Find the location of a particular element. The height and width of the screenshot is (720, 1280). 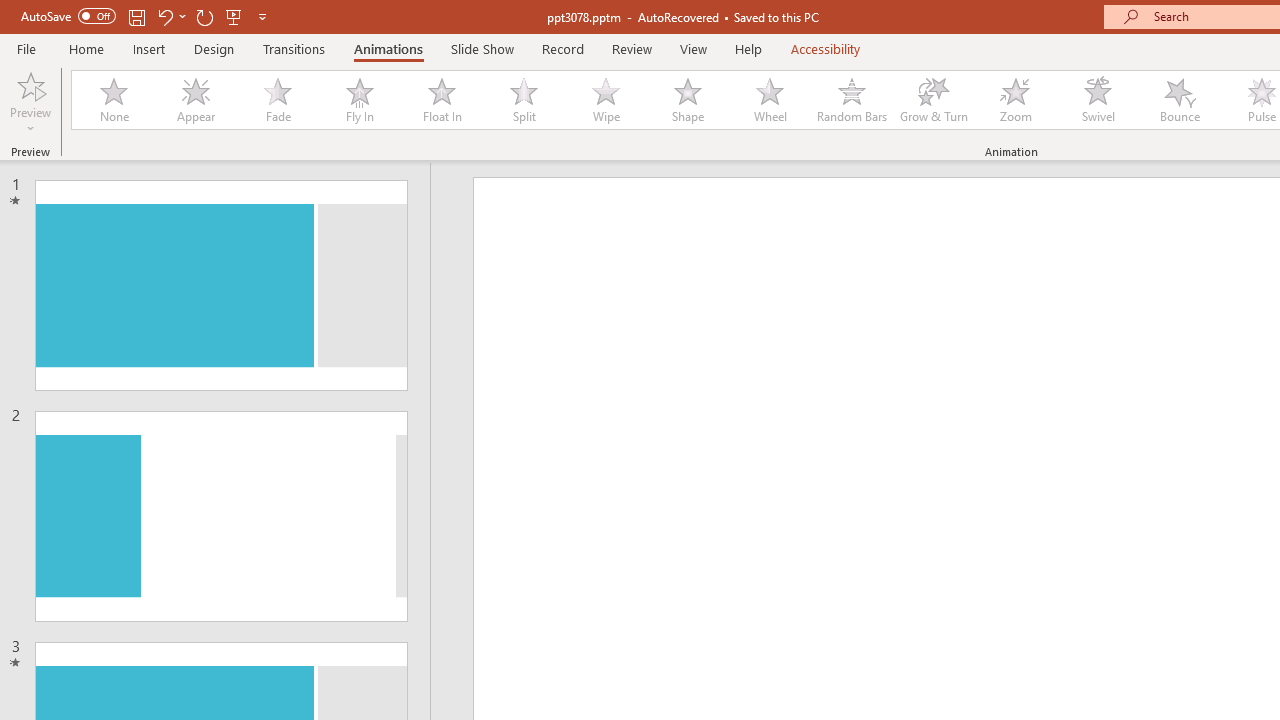

'Fade' is located at coordinates (276, 100).